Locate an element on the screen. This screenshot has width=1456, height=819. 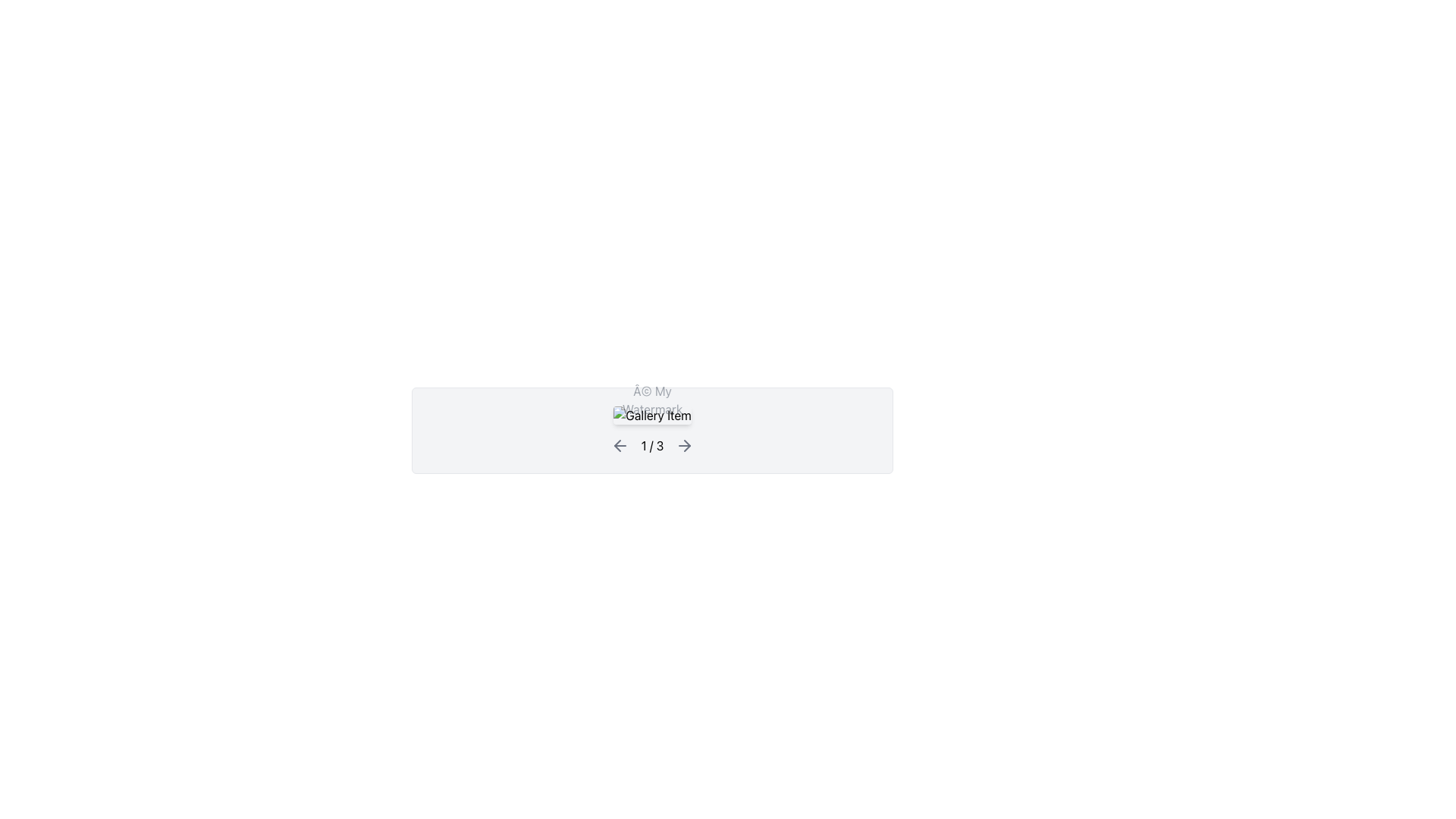
the rightward gray arrow icon indicating forward navigation, located to the right of the '1 / 3' text is located at coordinates (684, 444).